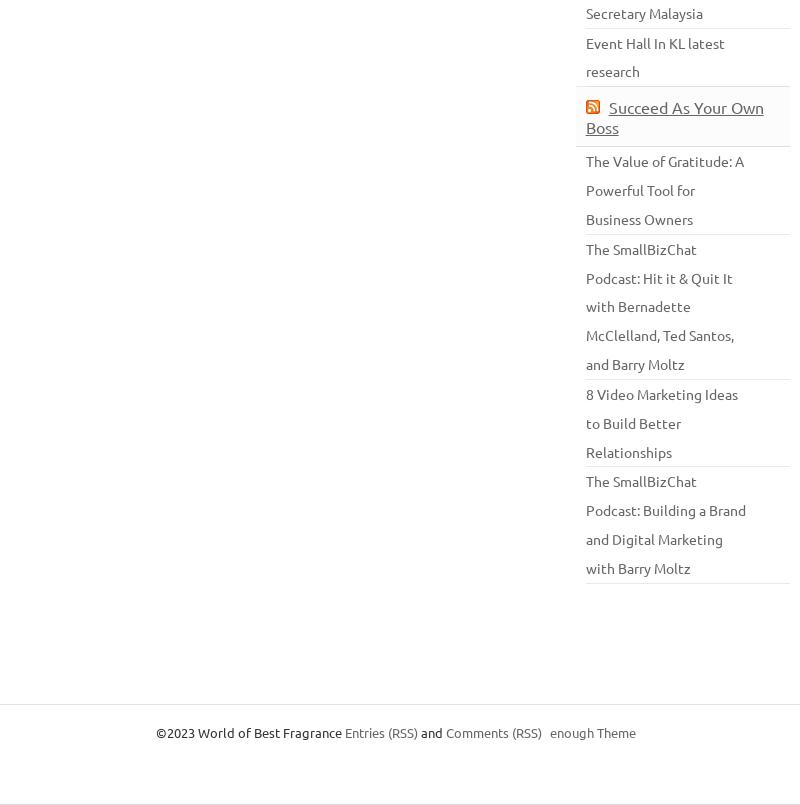  What do you see at coordinates (648, 11) in the screenshot?
I see `'Malaysia'` at bounding box center [648, 11].